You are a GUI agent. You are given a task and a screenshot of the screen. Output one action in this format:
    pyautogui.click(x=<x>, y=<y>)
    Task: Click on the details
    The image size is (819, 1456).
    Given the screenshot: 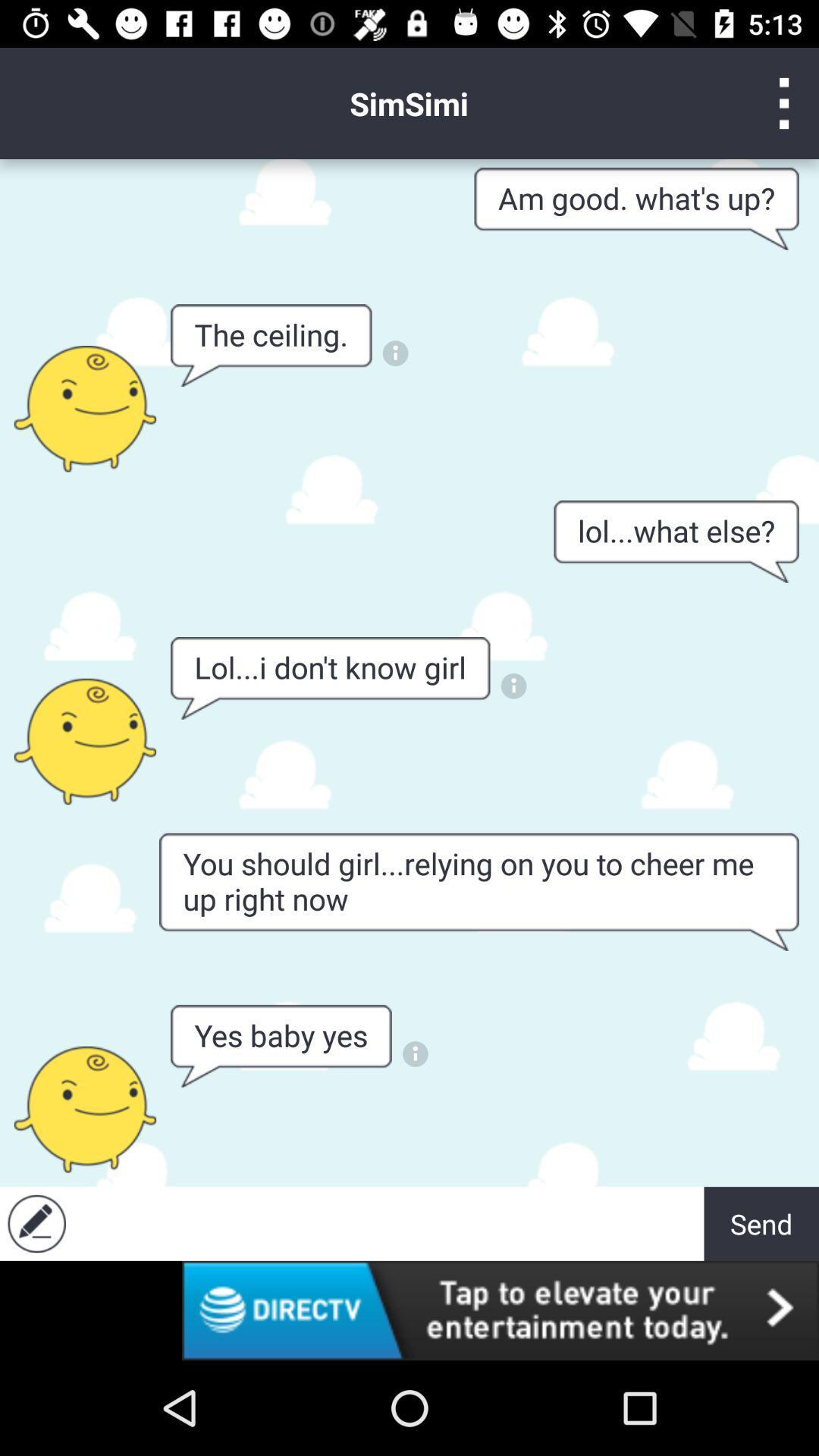 What is the action you would take?
    pyautogui.click(x=415, y=1053)
    